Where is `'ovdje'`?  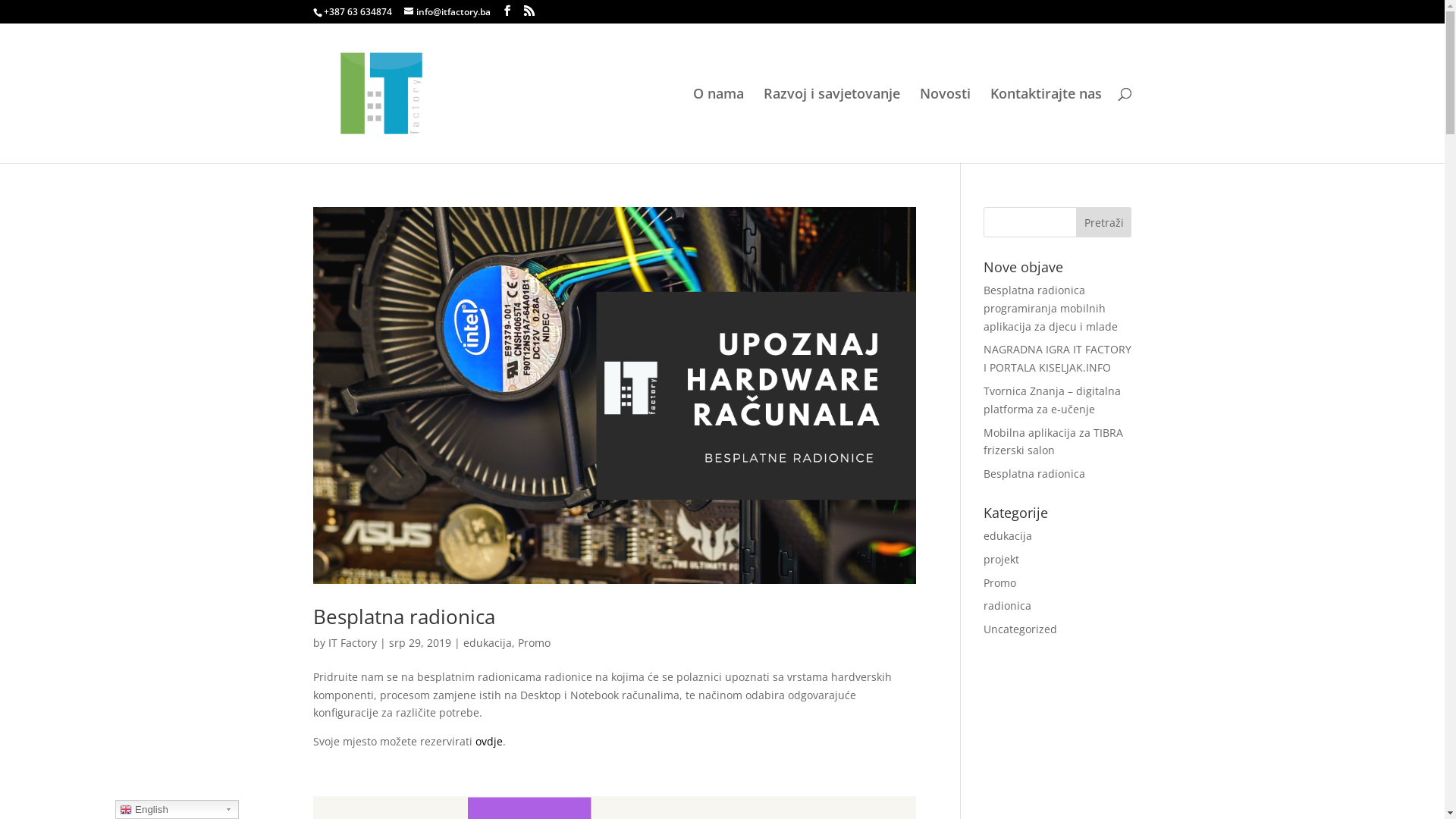
'ovdje' is located at coordinates (488, 740).